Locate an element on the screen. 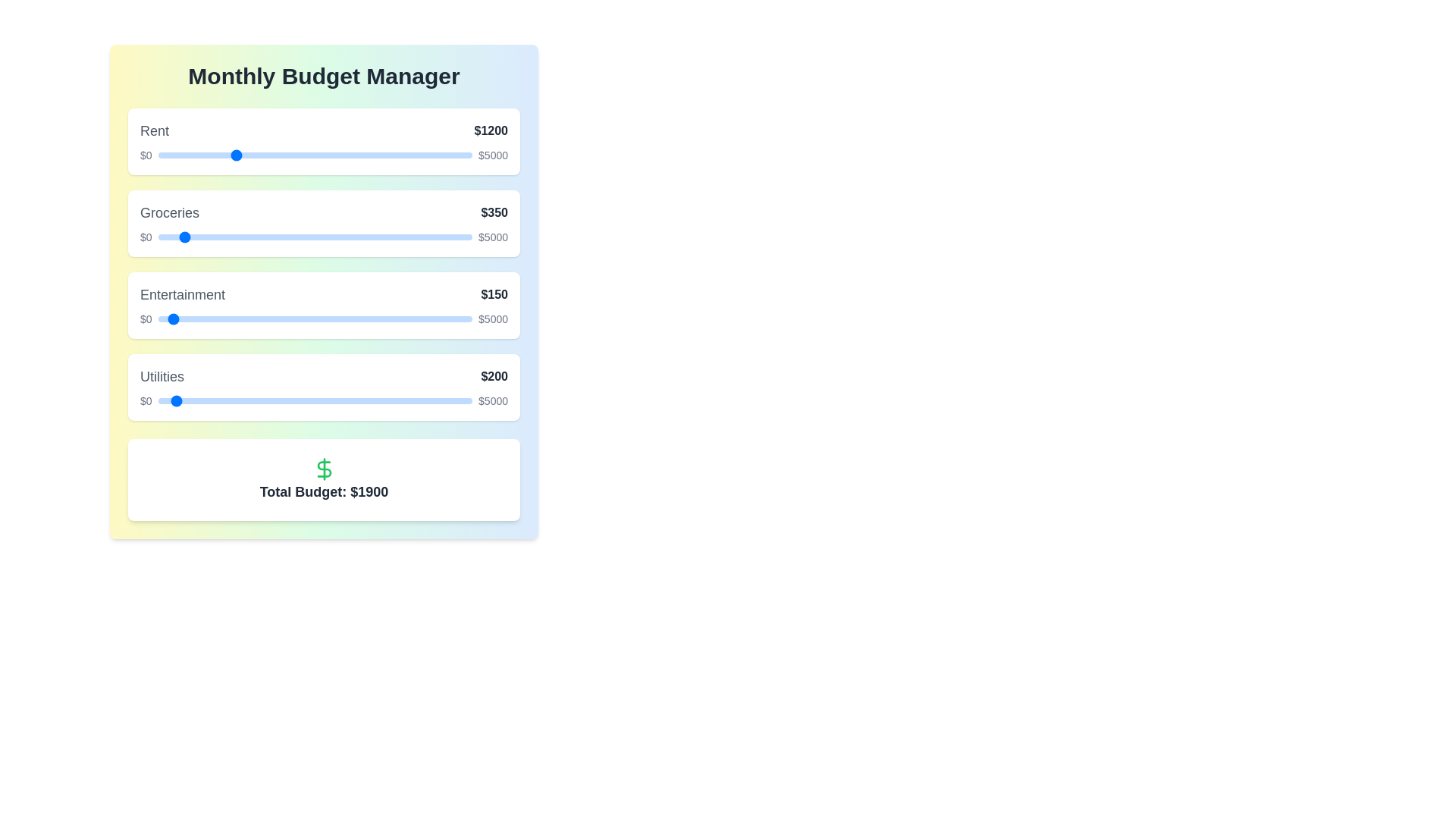 This screenshot has width=1456, height=819. the groceries budget slider is located at coordinates (292, 237).